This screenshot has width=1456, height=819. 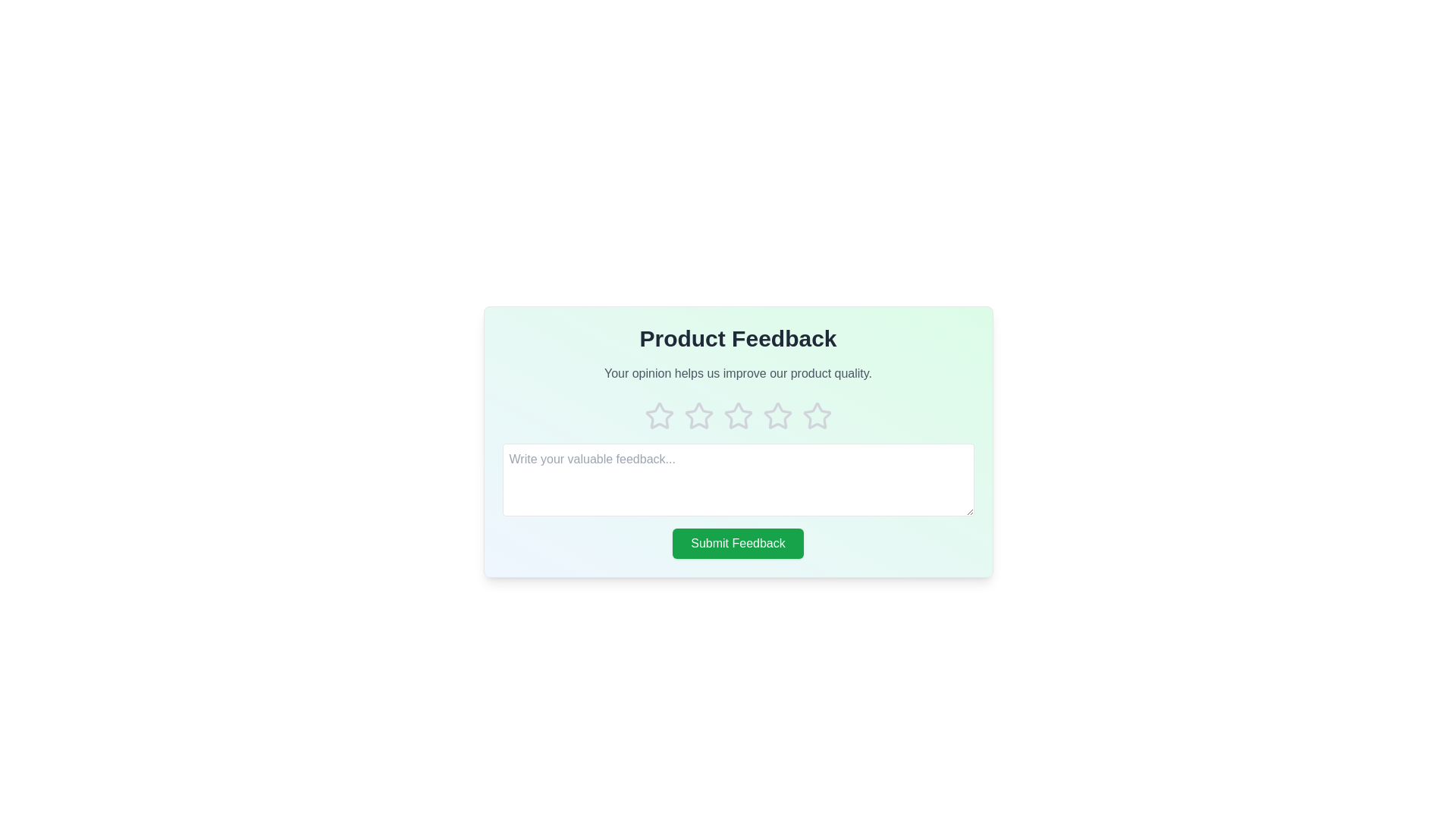 I want to click on the header text block that serves as the title for the feedback section, located above a descriptive sentence and star icons, so click(x=738, y=338).